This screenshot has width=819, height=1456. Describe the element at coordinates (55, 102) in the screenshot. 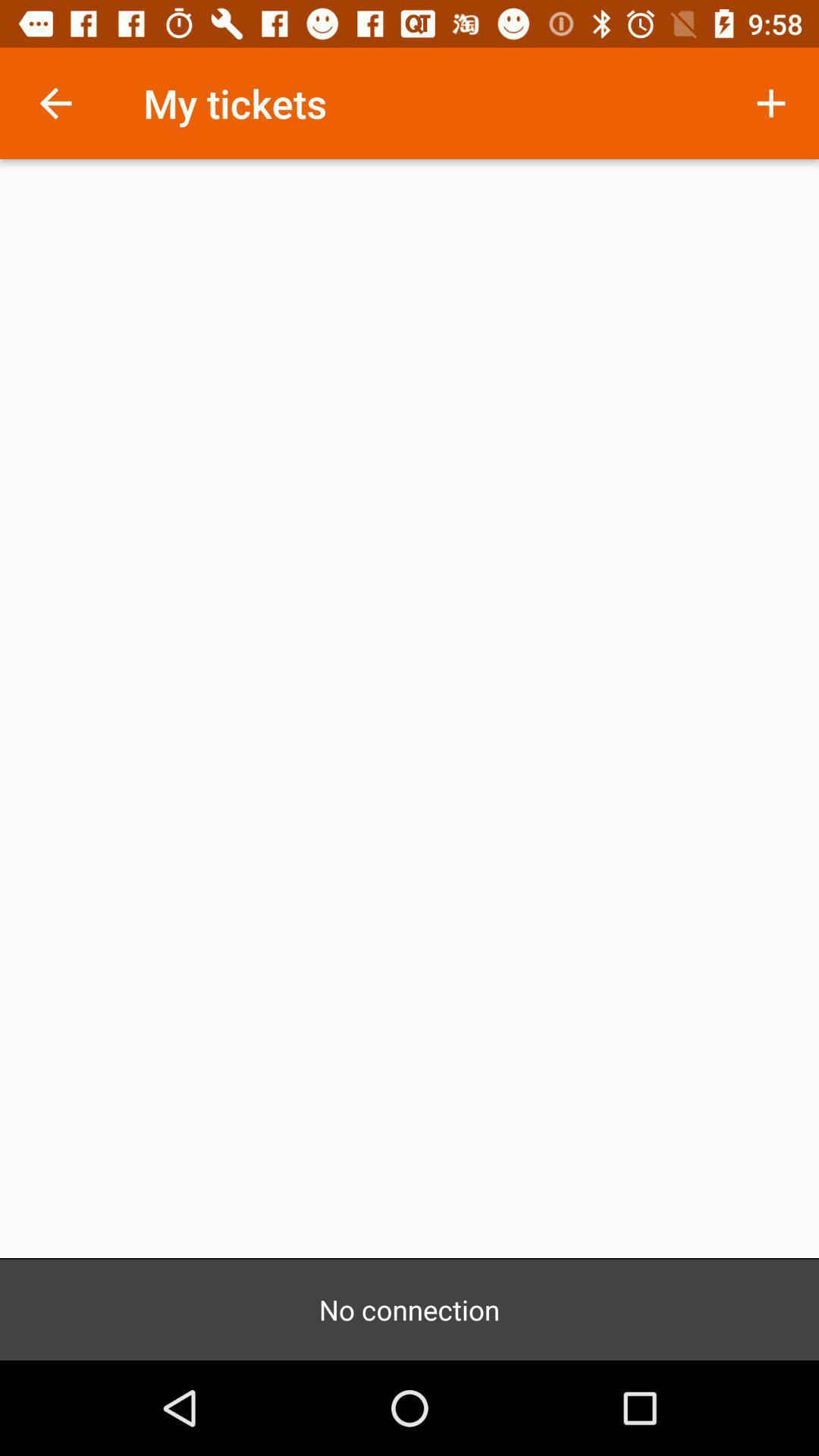

I see `item next to the my tickets` at that location.